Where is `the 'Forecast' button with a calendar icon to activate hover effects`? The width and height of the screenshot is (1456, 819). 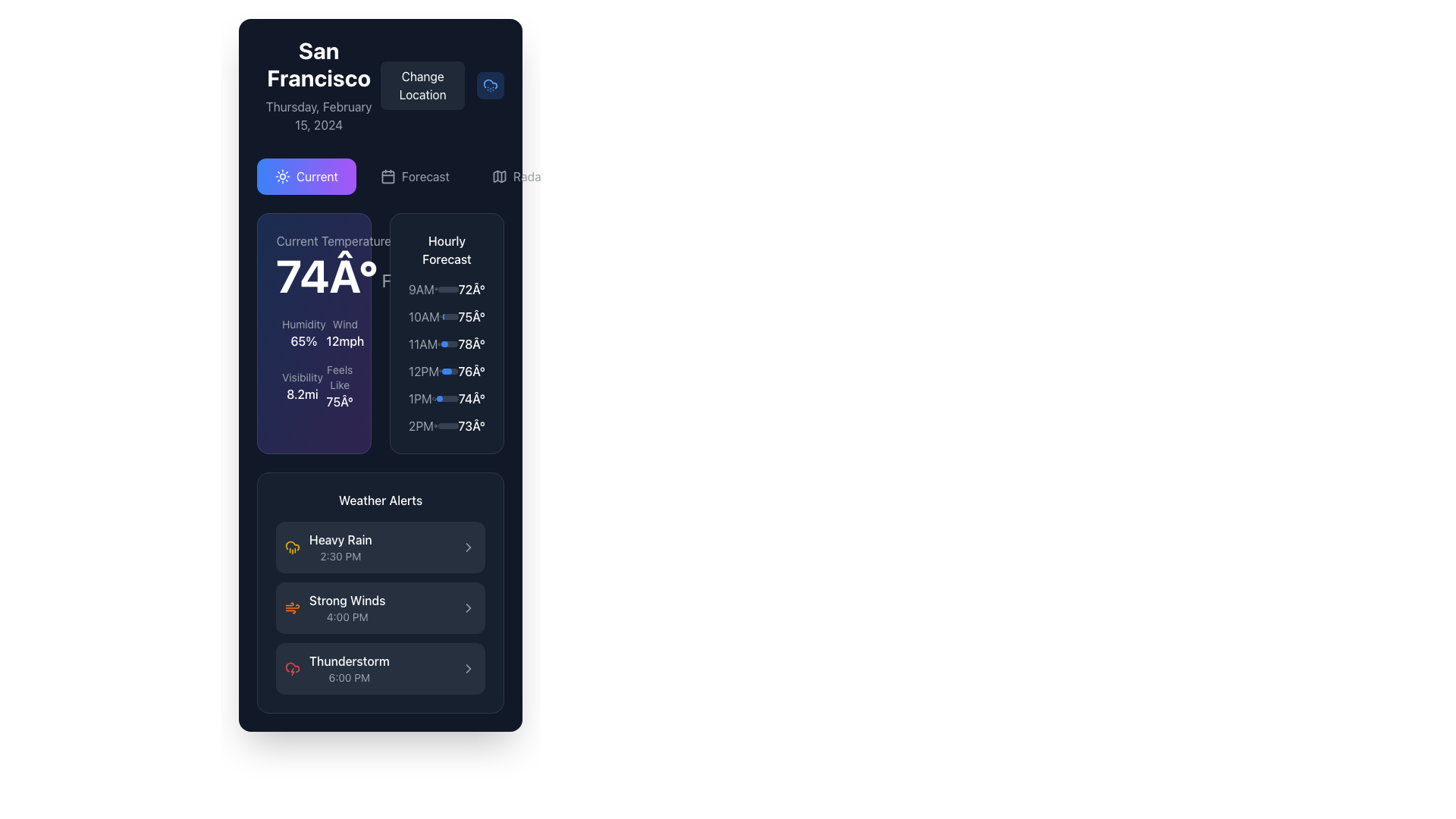 the 'Forecast' button with a calendar icon to activate hover effects is located at coordinates (415, 175).